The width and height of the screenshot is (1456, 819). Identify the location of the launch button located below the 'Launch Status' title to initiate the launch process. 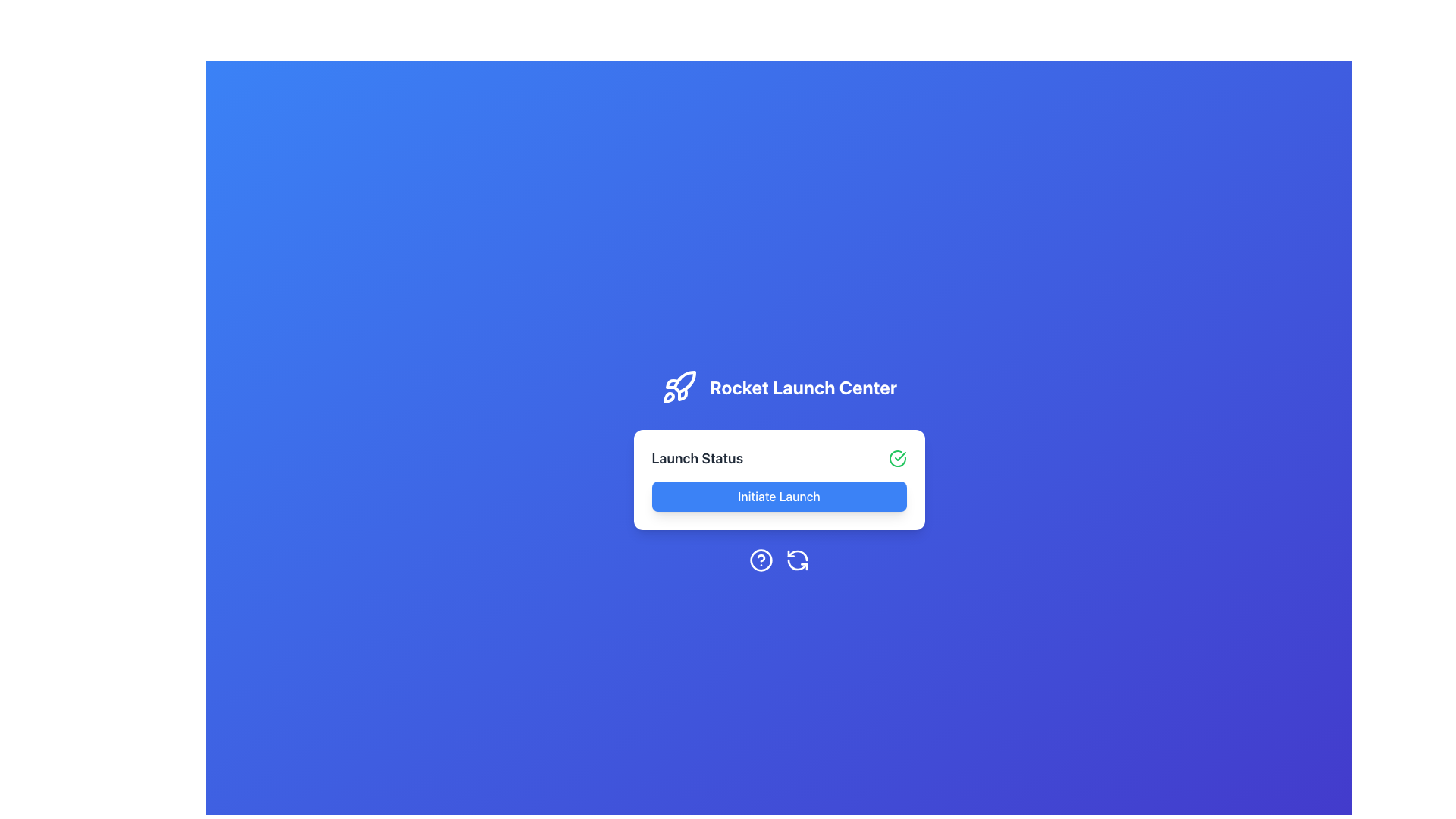
(779, 497).